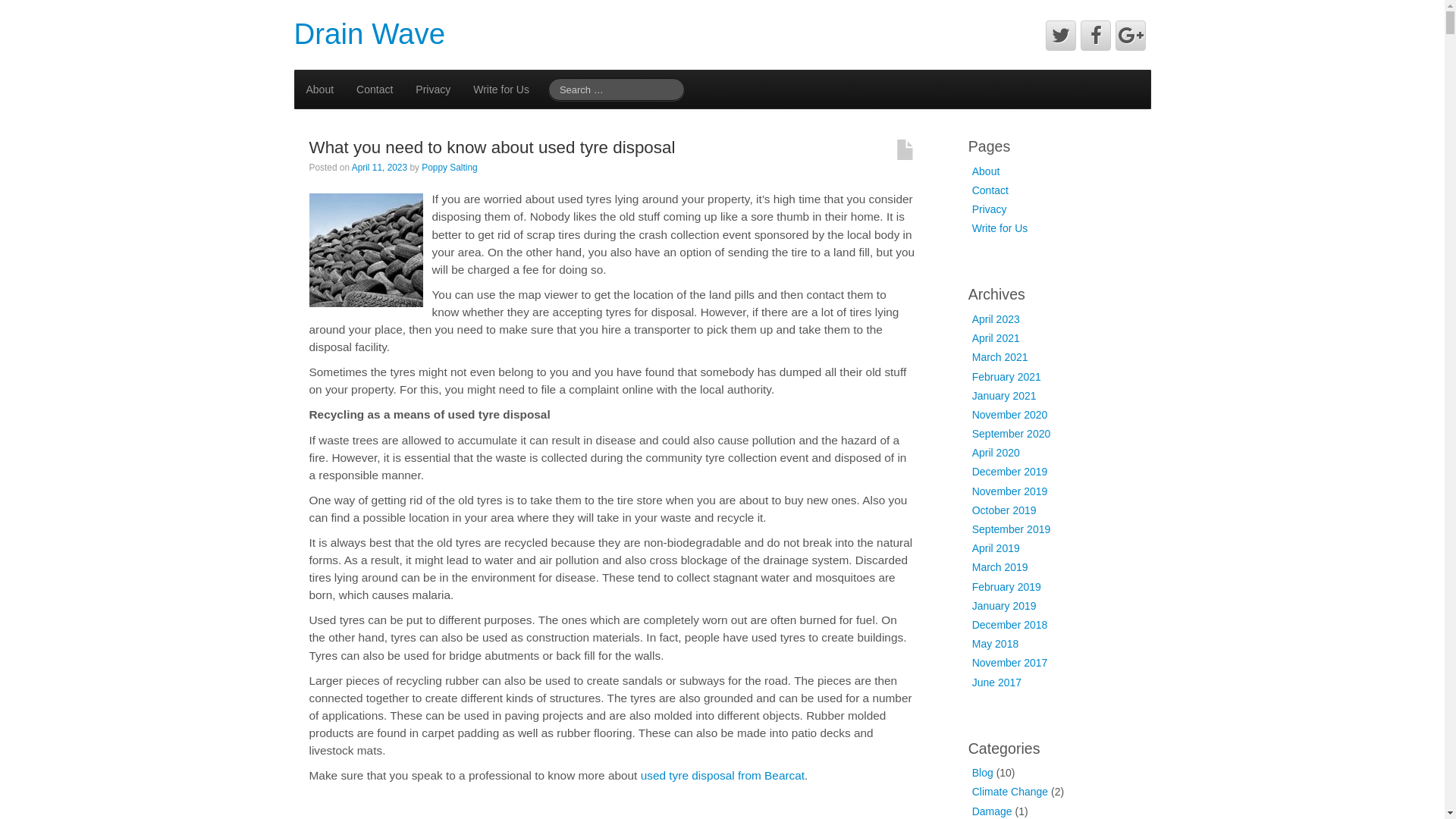 The height and width of the screenshot is (819, 1456). What do you see at coordinates (996, 318) in the screenshot?
I see `'April 2023'` at bounding box center [996, 318].